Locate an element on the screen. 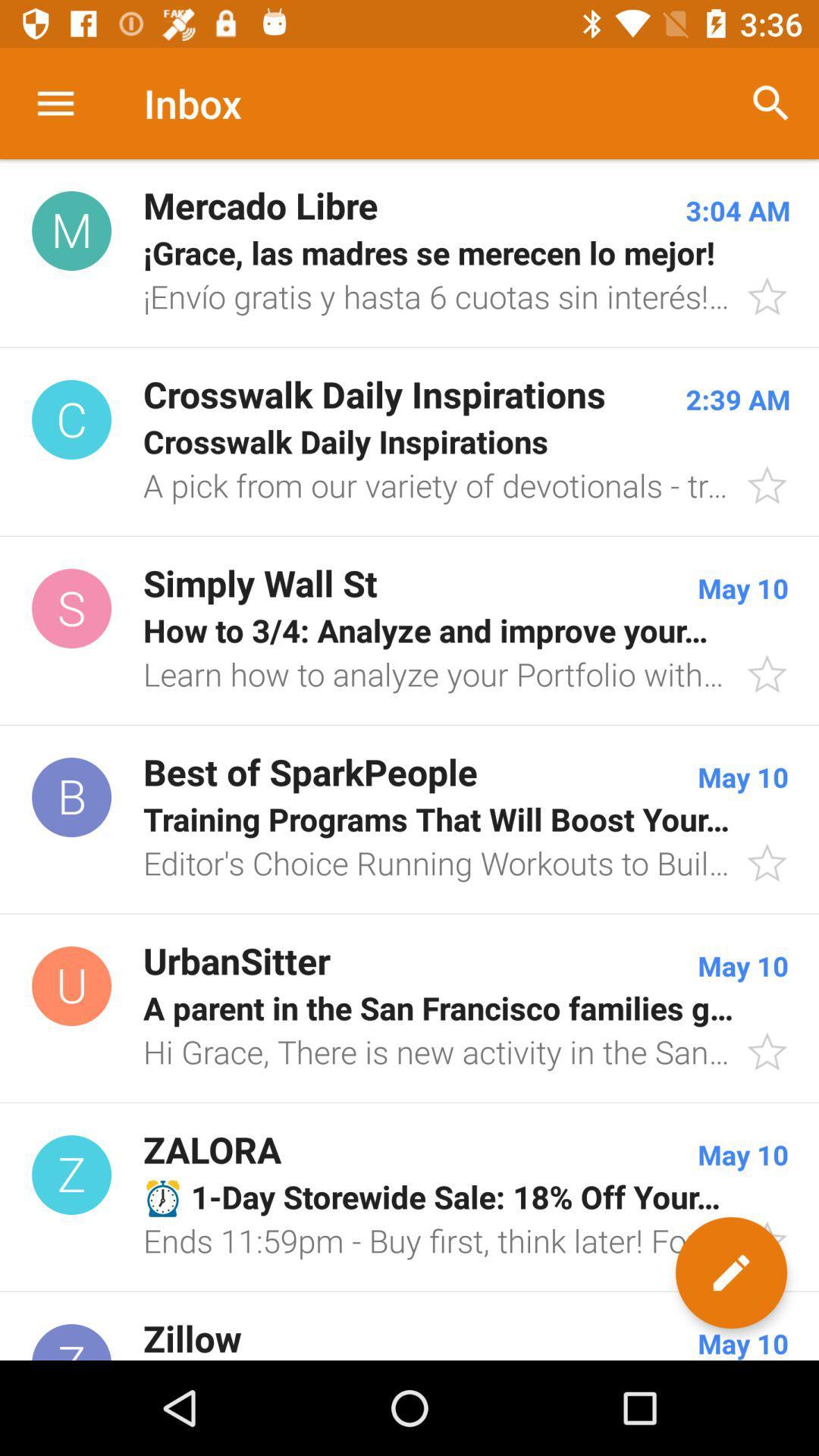 The width and height of the screenshot is (819, 1456). the item at the bottom right corner is located at coordinates (730, 1272).